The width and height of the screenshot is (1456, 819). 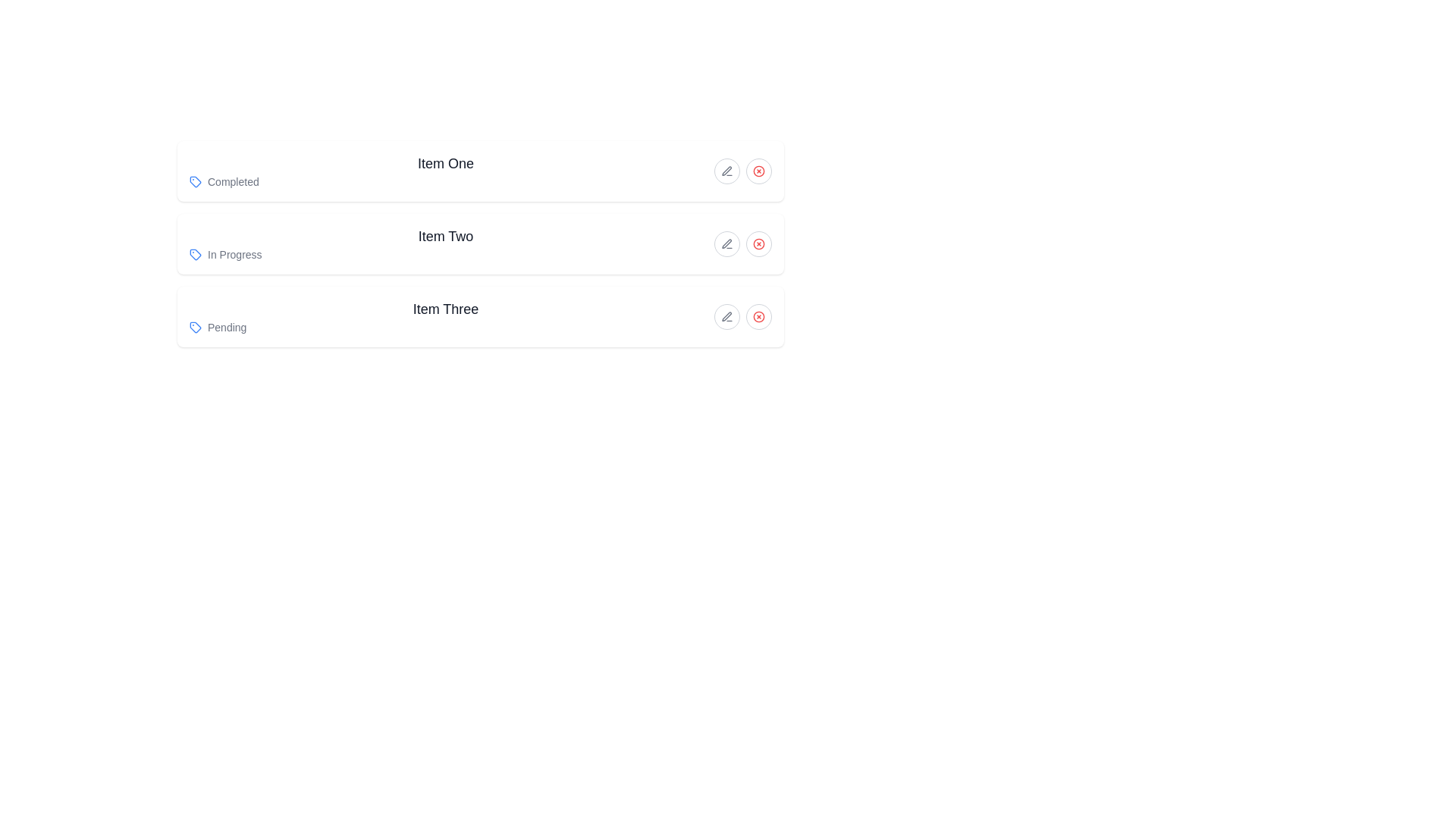 What do you see at coordinates (232, 180) in the screenshot?
I see `the text label displaying the word 'Completed', which is positioned next to a small blue tag-shaped icon in a horizontal grouping at the topmost item in a vertical list` at bounding box center [232, 180].